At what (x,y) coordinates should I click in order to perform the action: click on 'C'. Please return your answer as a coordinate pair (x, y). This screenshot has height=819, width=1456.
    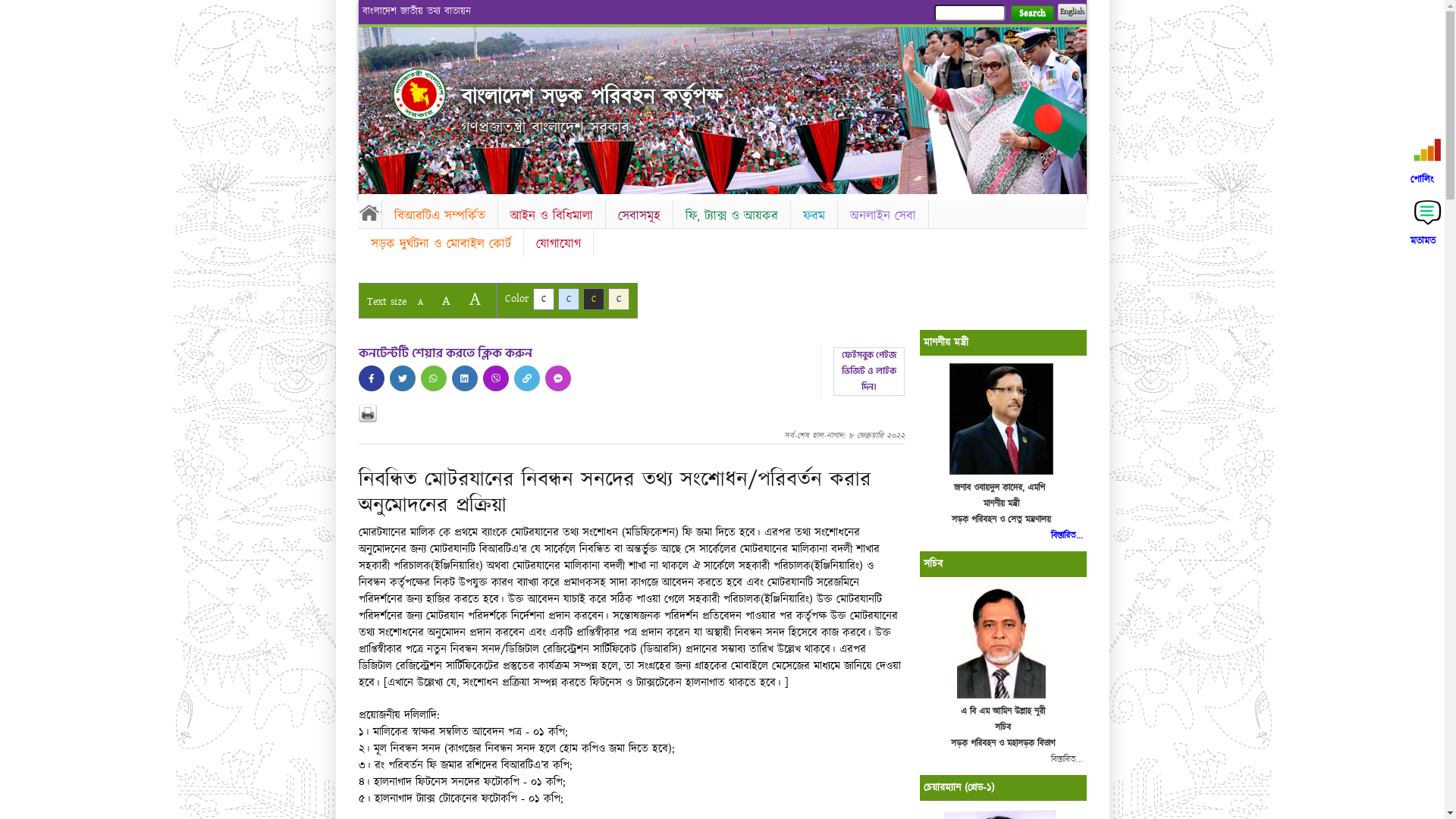
    Looking at the image, I should click on (592, 299).